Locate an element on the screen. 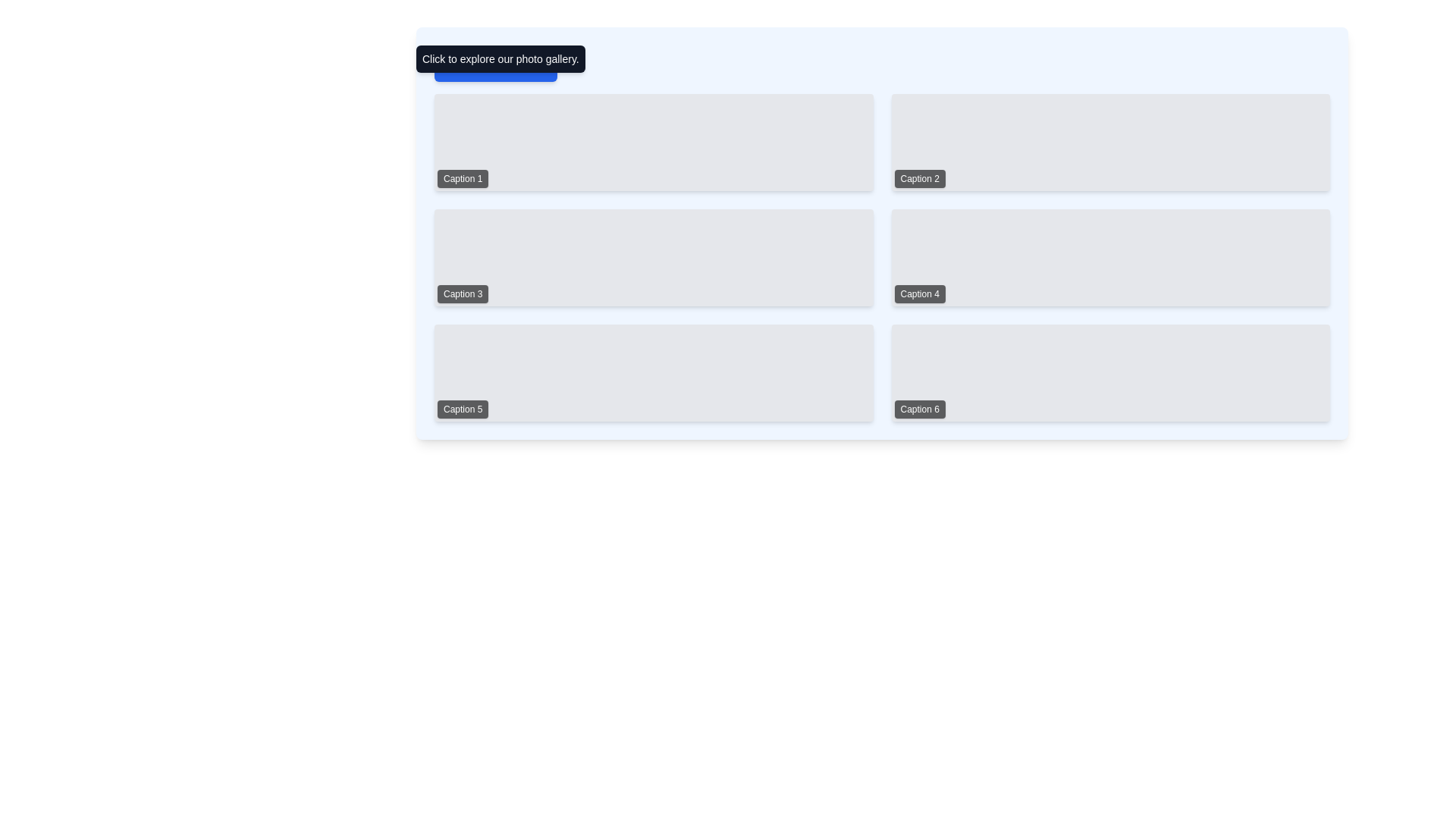 This screenshot has height=819, width=1456. the sixth card in the grid layout is located at coordinates (1110, 373).